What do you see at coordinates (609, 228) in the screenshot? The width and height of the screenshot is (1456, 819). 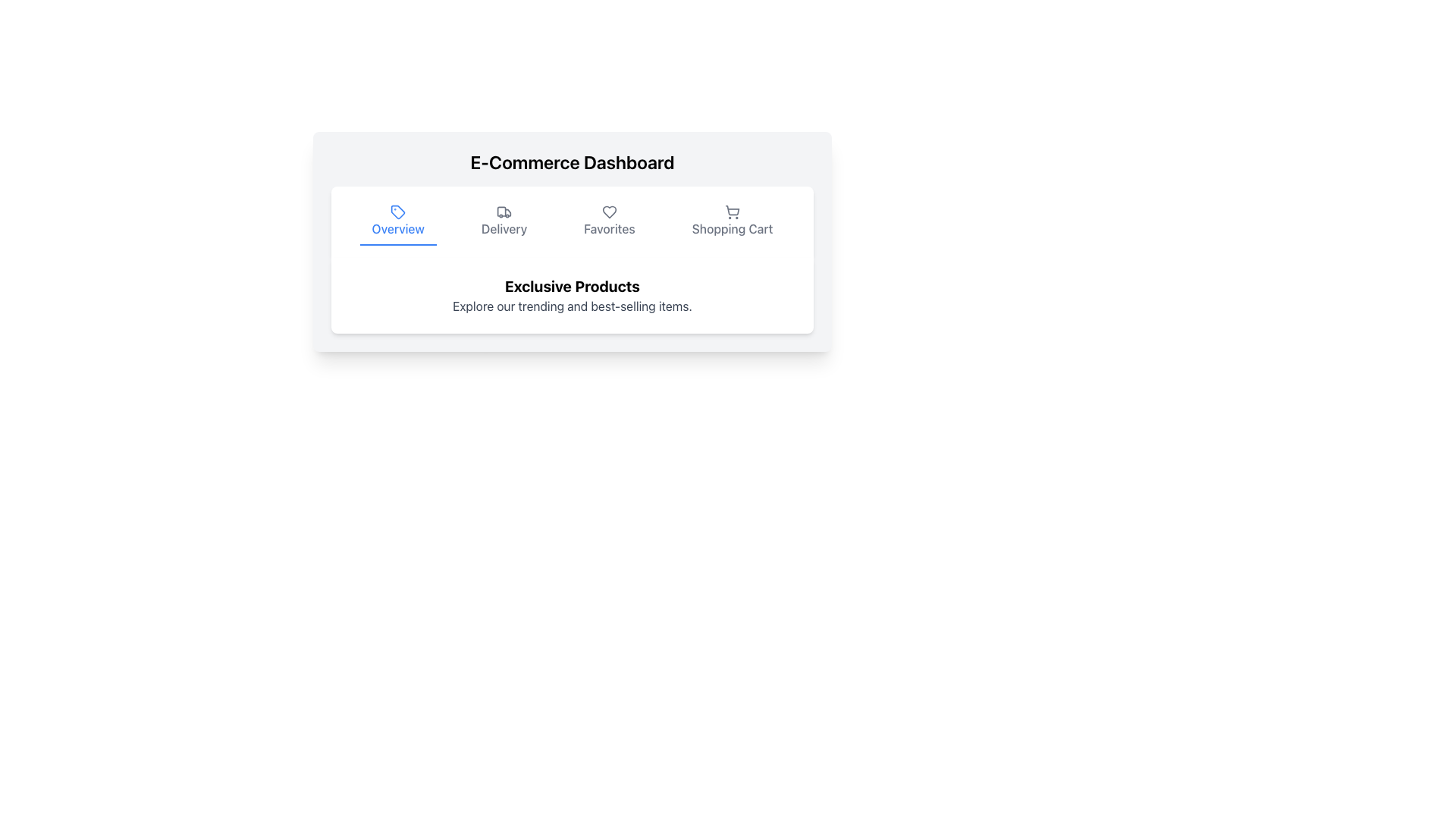 I see `the 'Favorites' label in the navigation bar` at bounding box center [609, 228].